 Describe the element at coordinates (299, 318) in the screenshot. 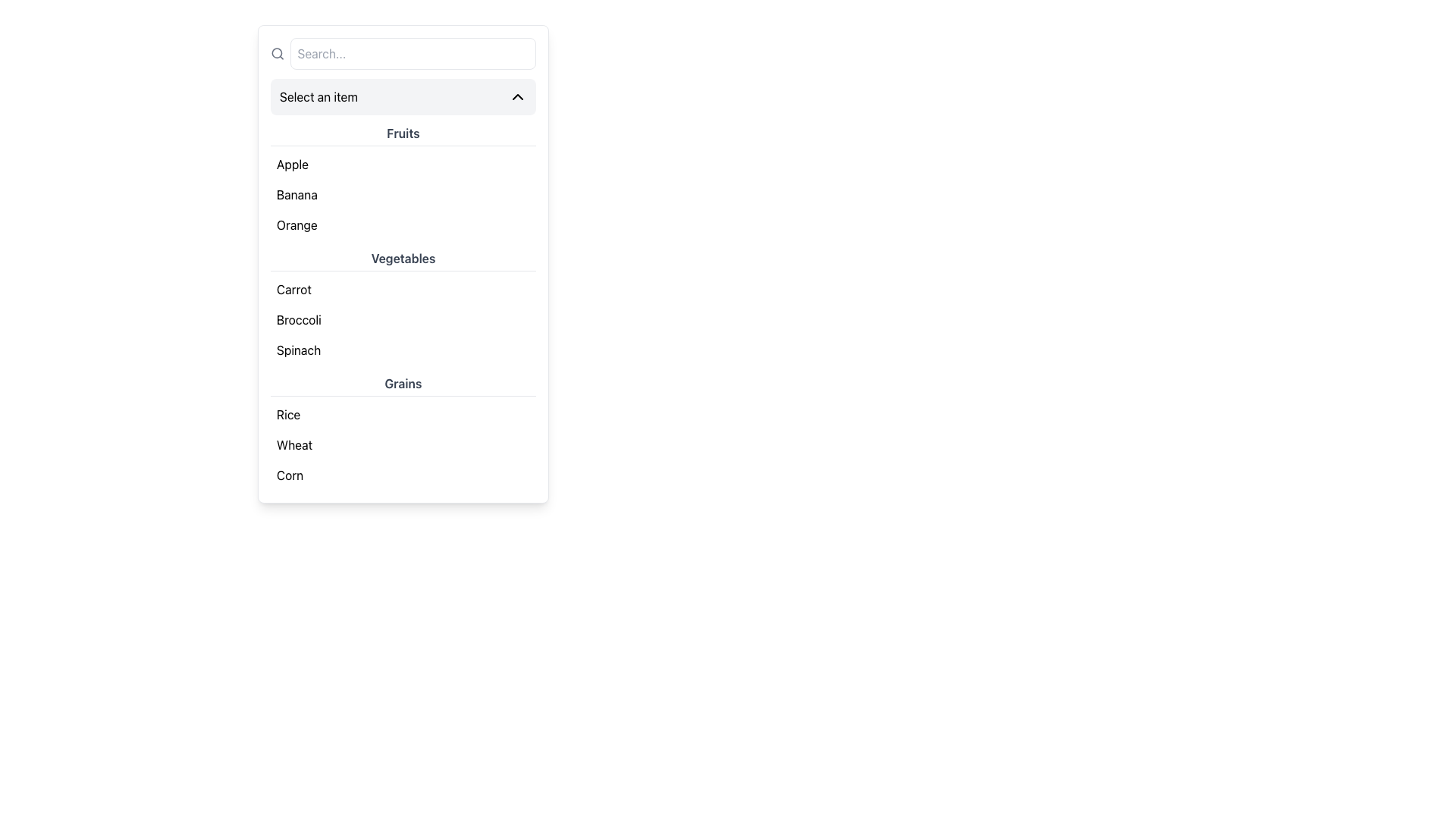

I see `the 'Broccoli' text label located in the dropdown menu under the 'Vegetables' category` at that location.